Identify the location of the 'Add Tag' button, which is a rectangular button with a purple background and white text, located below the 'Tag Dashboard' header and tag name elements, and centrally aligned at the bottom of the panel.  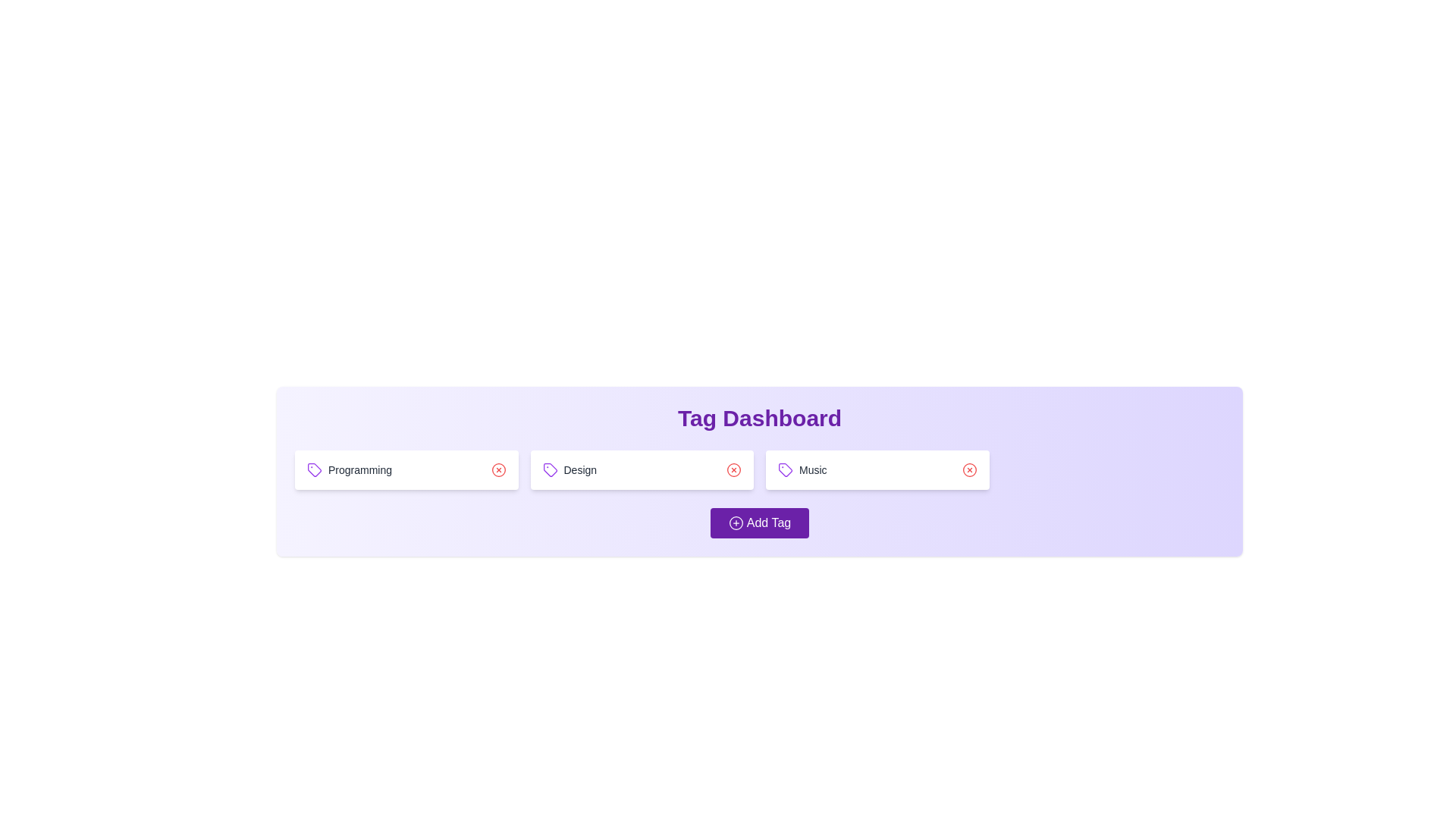
(760, 522).